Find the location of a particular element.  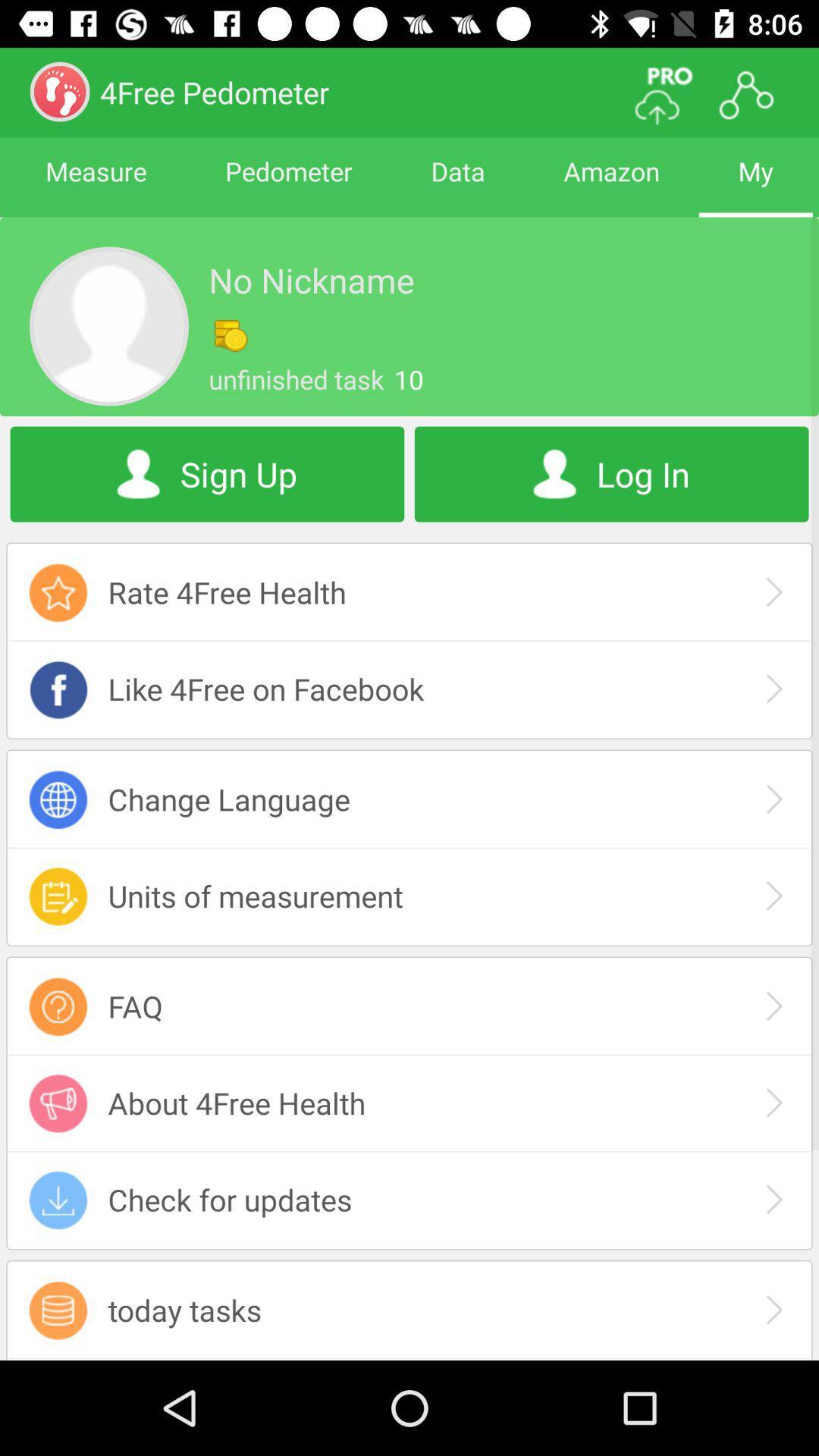

the avatar icon is located at coordinates (108, 325).